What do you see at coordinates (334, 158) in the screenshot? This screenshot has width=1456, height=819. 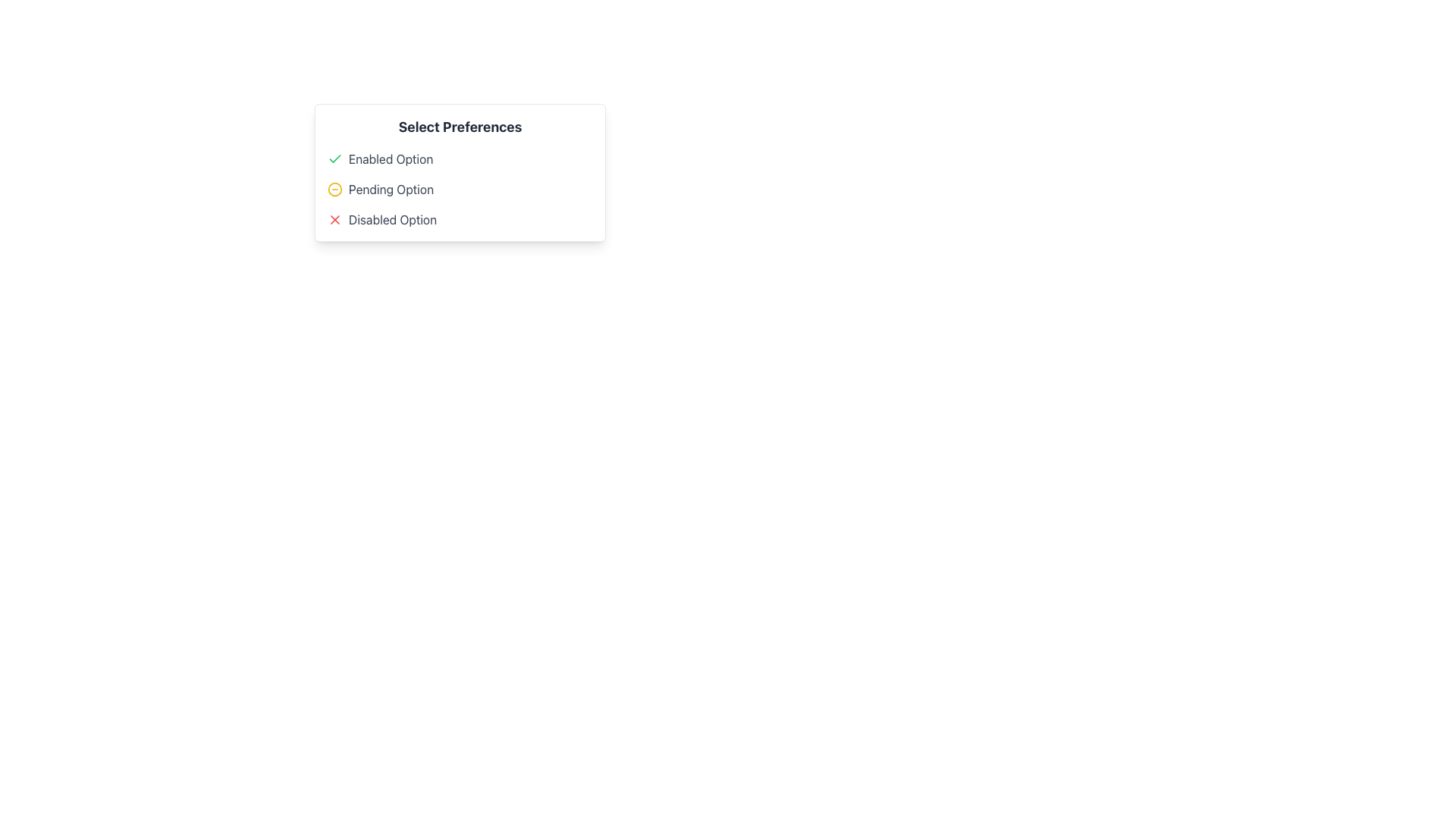 I see `the visual indicator icon that signifies the 'Enabled Option' is currently selected in the preference selection panel` at bounding box center [334, 158].